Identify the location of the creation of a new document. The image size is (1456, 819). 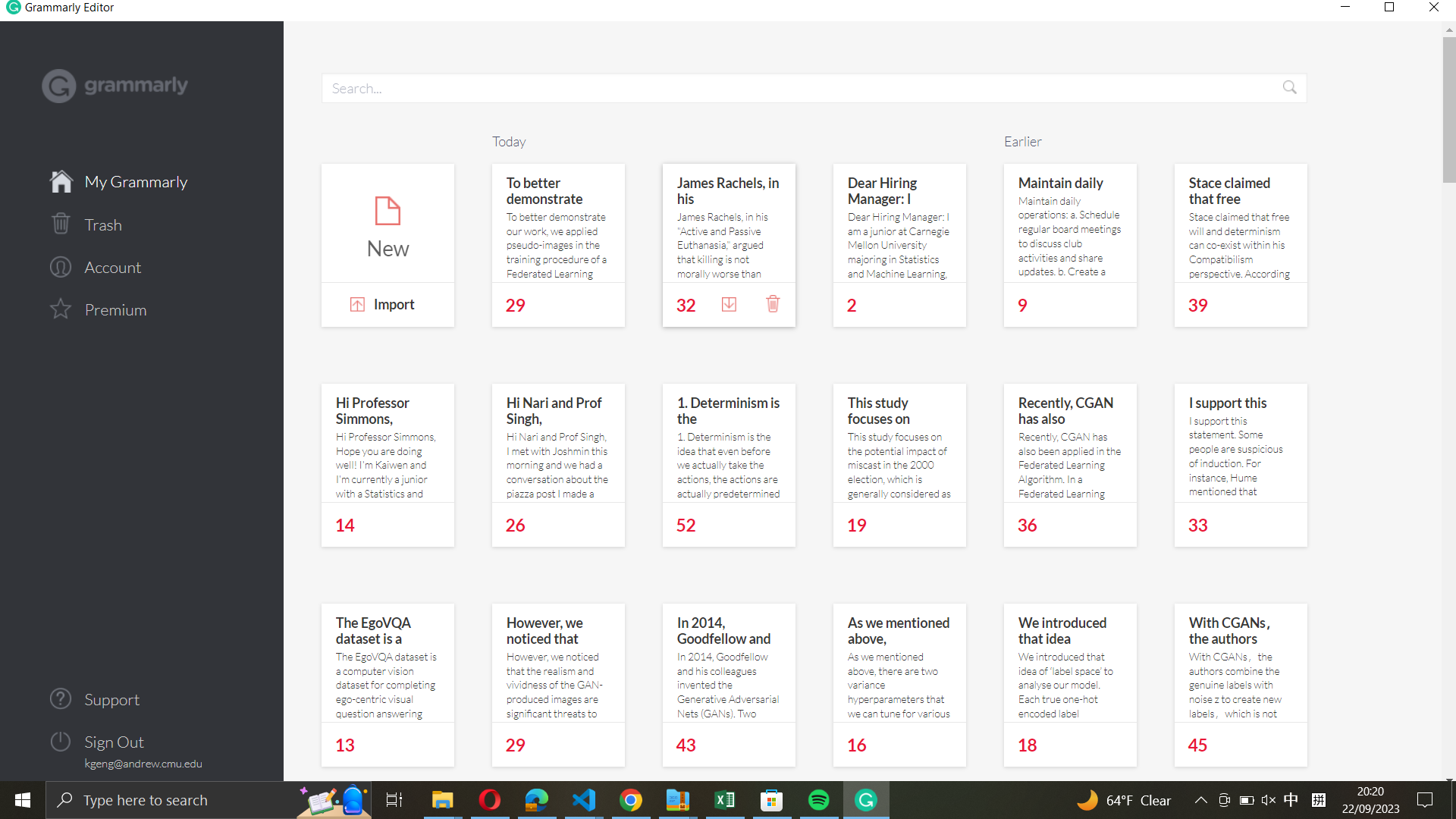
(388, 224).